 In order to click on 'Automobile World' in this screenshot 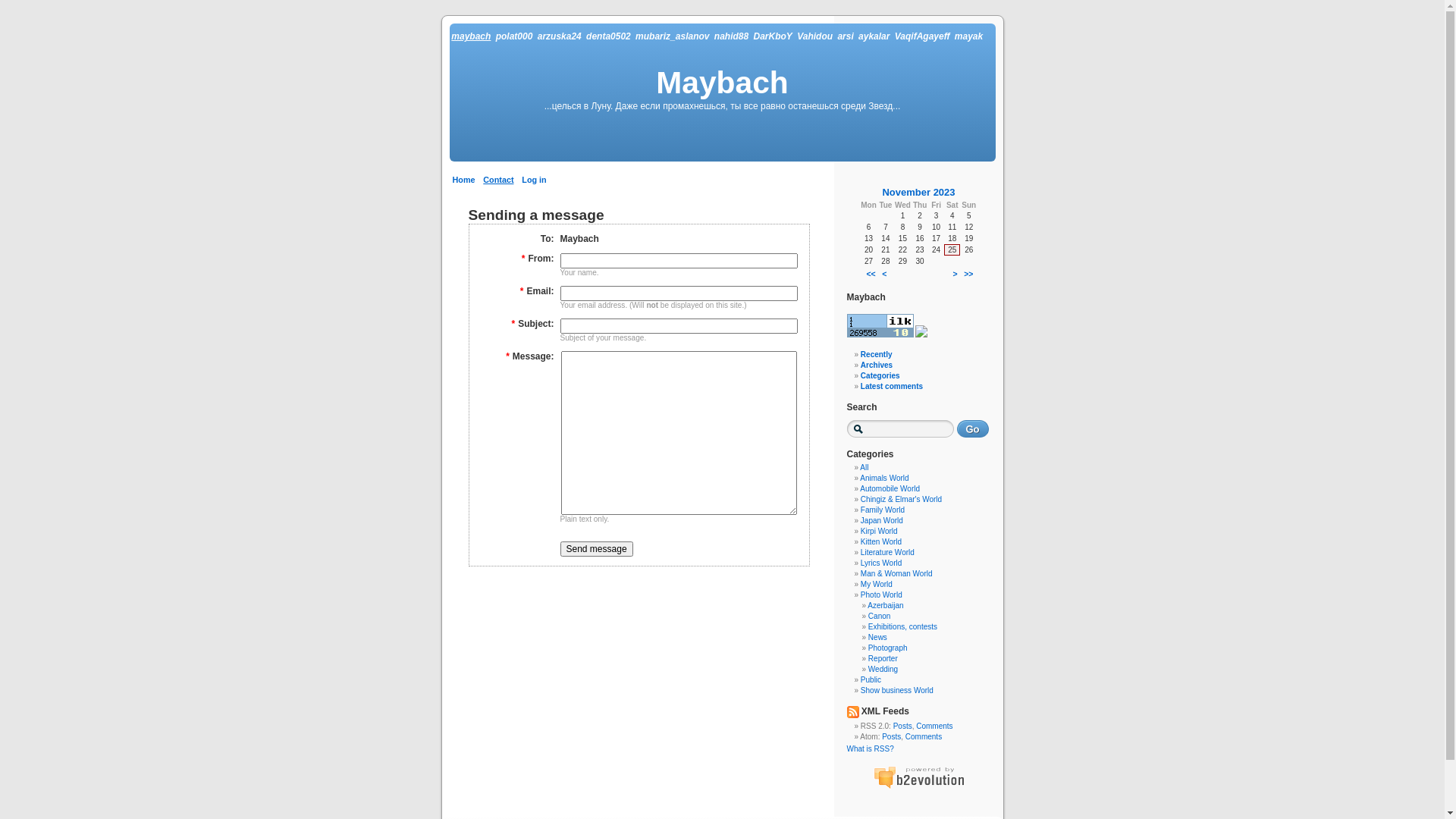, I will do `click(890, 488)`.